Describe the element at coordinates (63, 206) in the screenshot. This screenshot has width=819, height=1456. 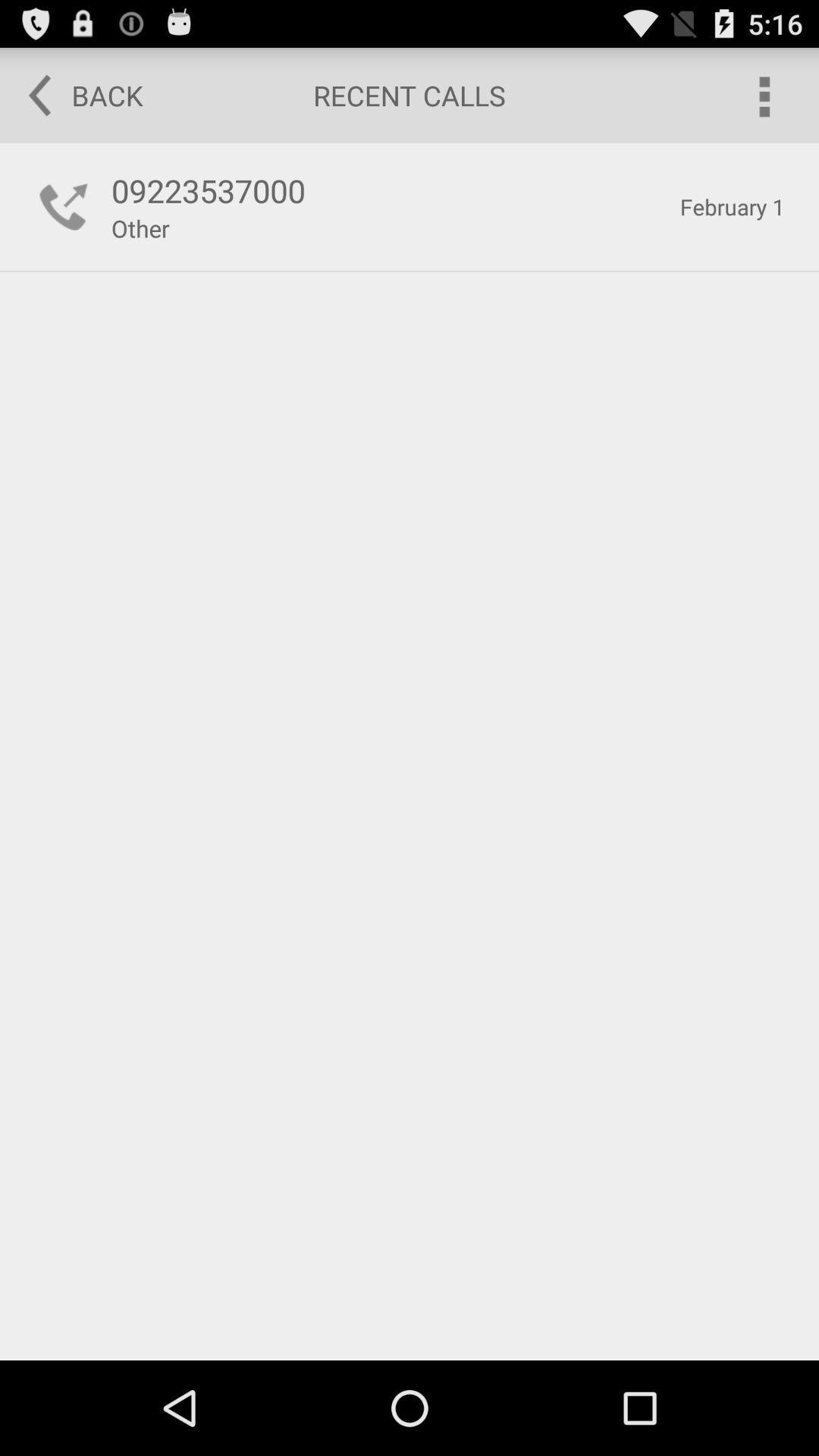
I see `the icon next to the 09223537000 app` at that location.